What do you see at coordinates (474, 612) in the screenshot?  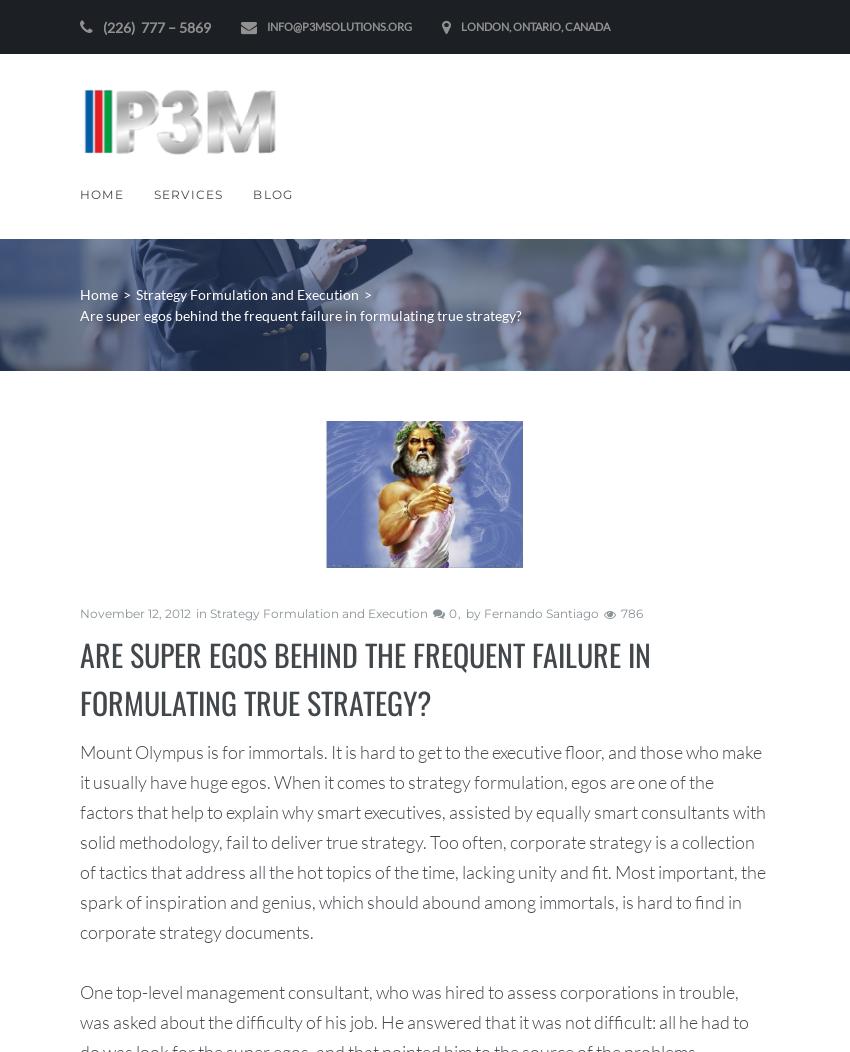 I see `'by'` at bounding box center [474, 612].